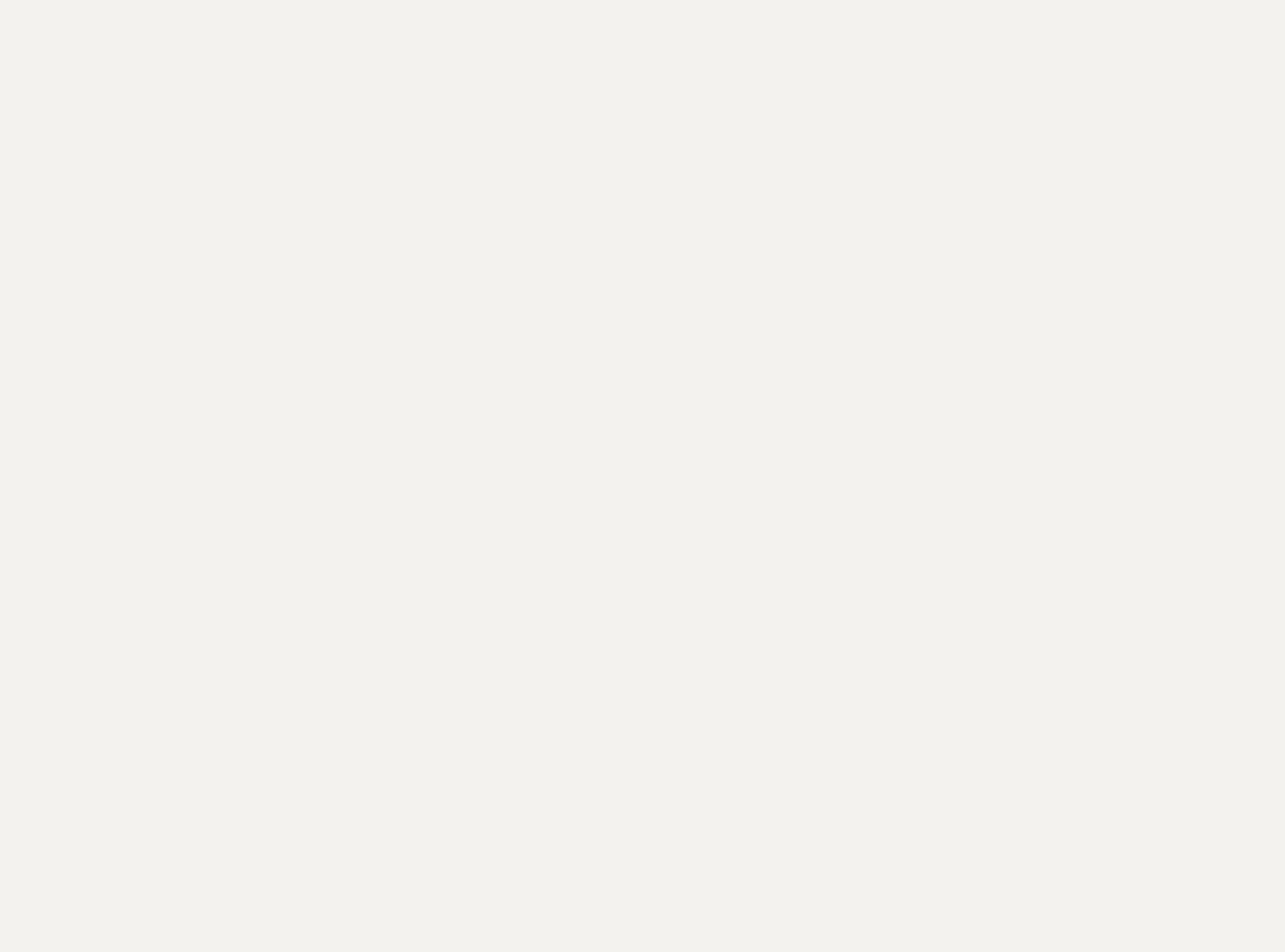  Describe the element at coordinates (375, 13) in the screenshot. I see `'Indigo location in Ottawa.'` at that location.